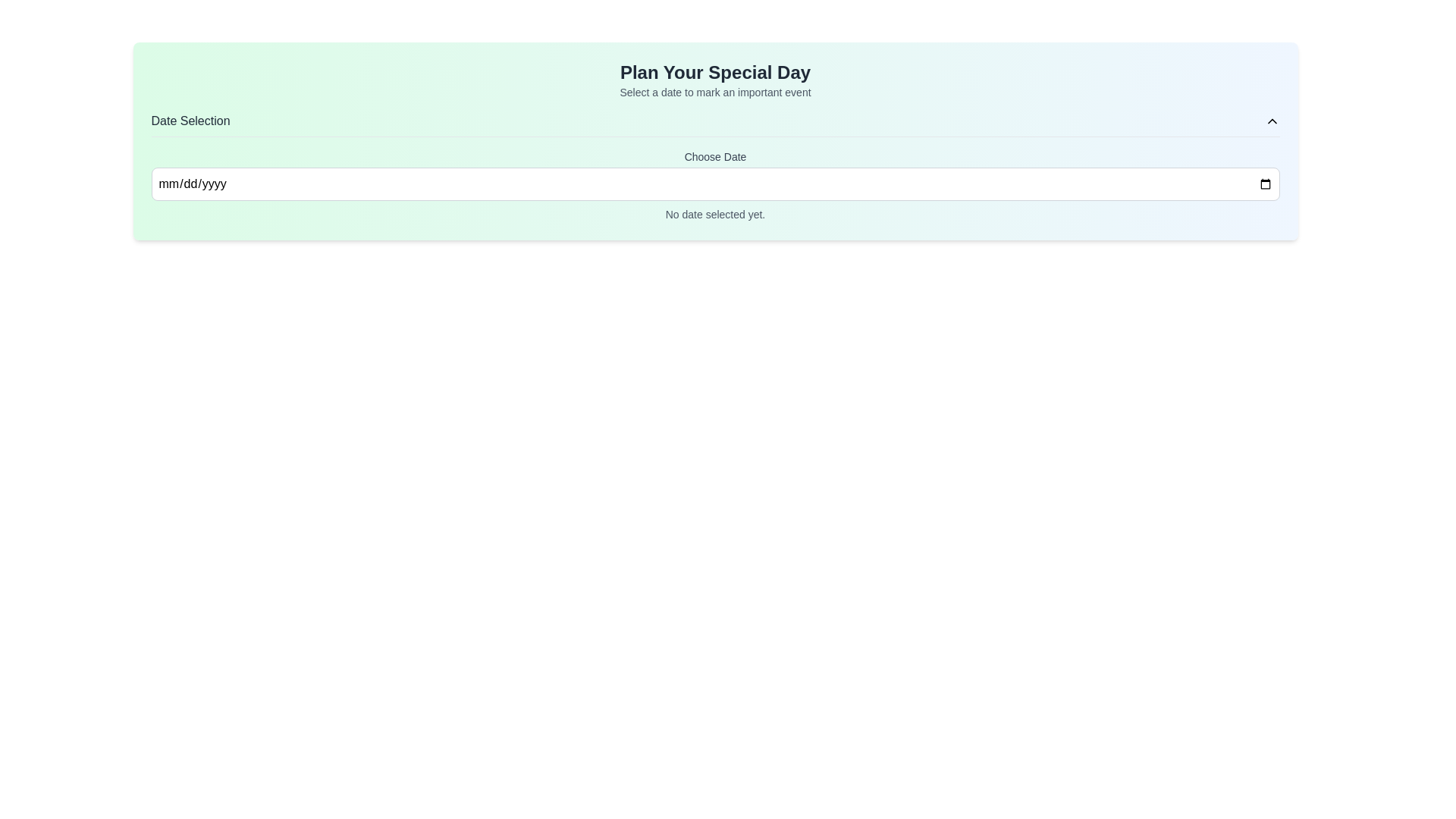 The width and height of the screenshot is (1456, 819). What do you see at coordinates (714, 73) in the screenshot?
I see `text header titled 'Plan Your Special Day', which is prominently displayed in a bold font at the top of the section` at bounding box center [714, 73].